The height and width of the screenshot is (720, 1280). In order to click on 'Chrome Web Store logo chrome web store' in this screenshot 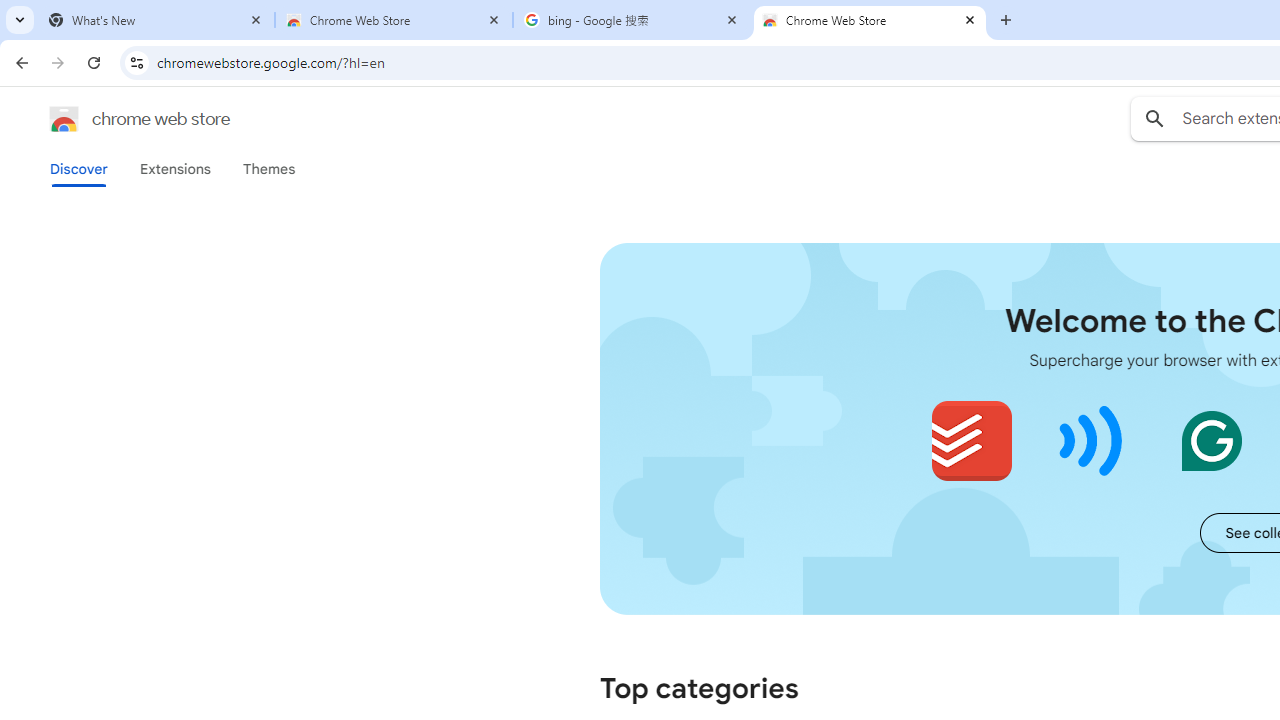, I will do `click(118, 119)`.